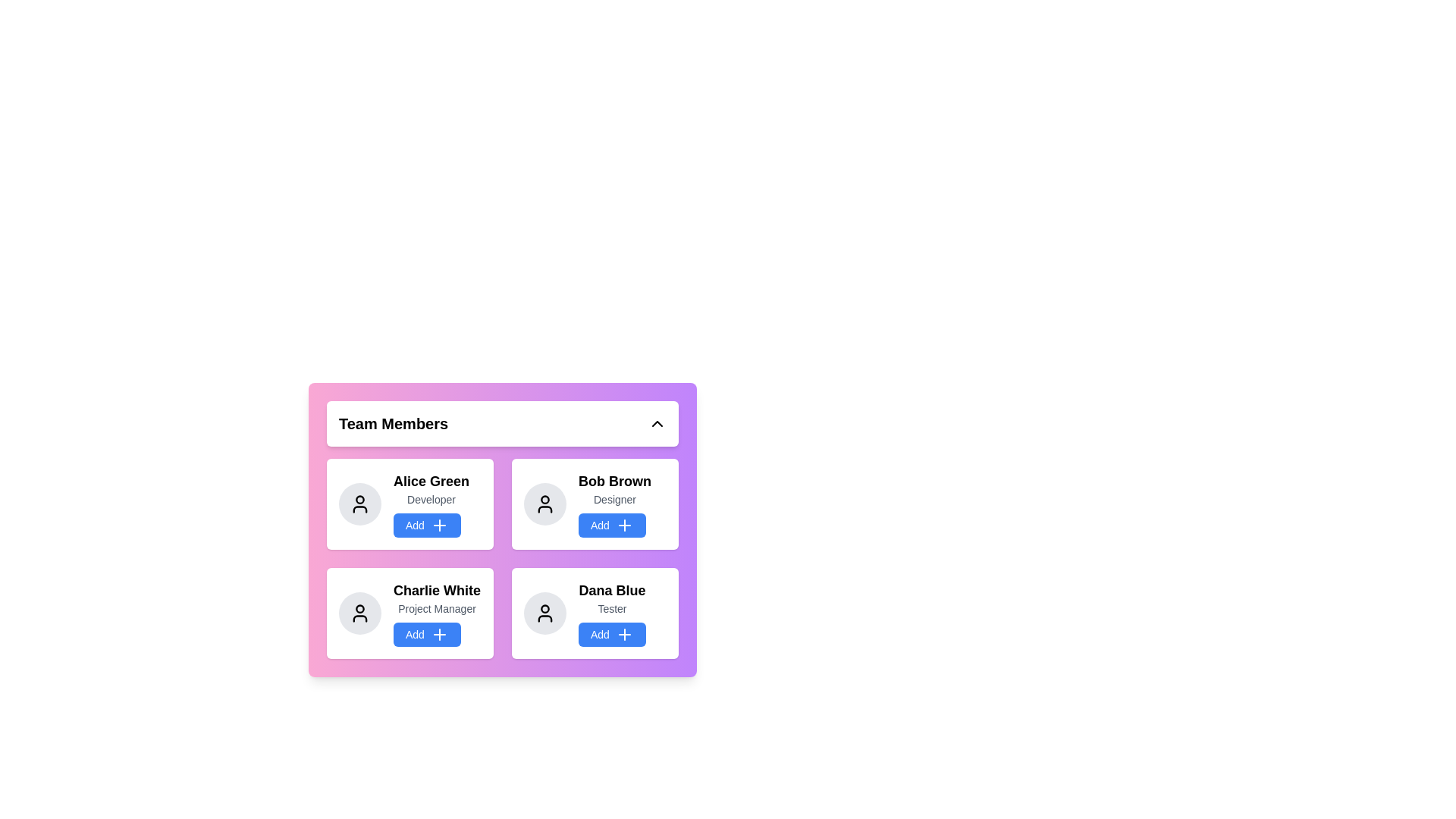 This screenshot has height=819, width=1456. I want to click on the 'Add' button located in the lower-right corner of the card labeled 'Bob Brown' to initiate the add action, so click(624, 525).